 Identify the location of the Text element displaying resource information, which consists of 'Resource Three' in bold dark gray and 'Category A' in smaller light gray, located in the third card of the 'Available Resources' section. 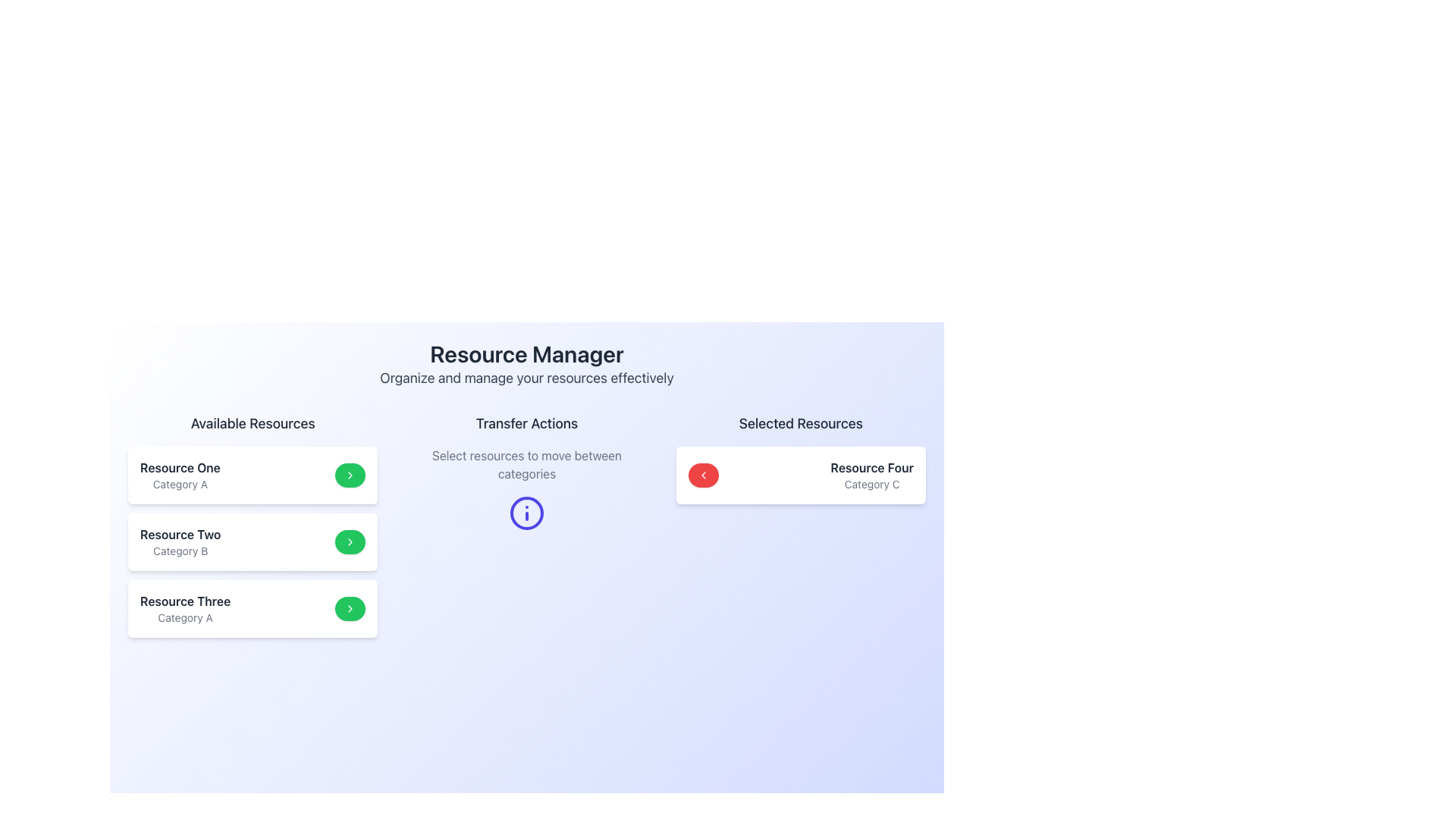
(184, 607).